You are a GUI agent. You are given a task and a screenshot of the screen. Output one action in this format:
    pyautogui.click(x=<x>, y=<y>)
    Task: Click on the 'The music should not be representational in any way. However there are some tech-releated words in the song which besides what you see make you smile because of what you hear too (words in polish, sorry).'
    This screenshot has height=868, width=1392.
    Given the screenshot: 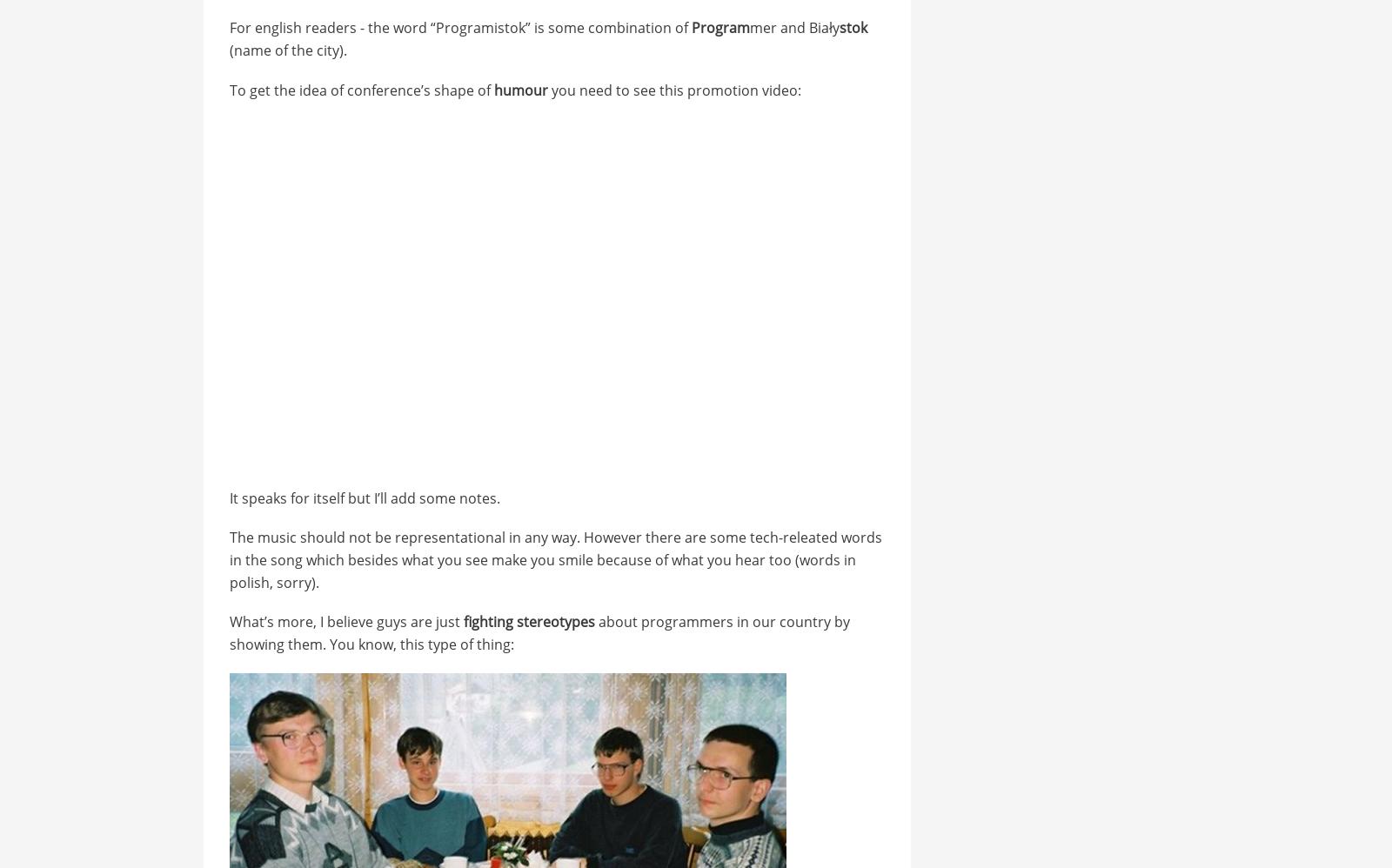 What is the action you would take?
    pyautogui.click(x=555, y=559)
    